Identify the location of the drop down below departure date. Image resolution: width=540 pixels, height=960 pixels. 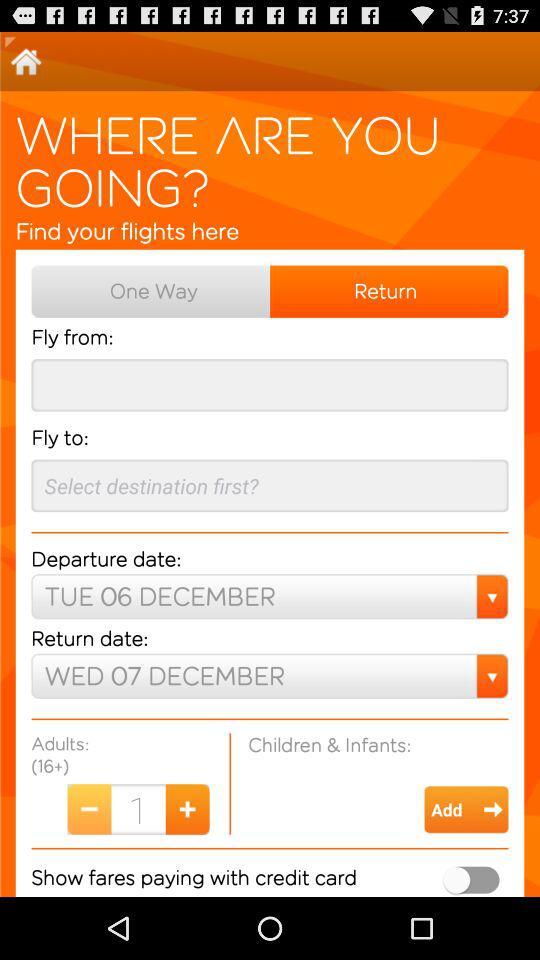
(270, 596).